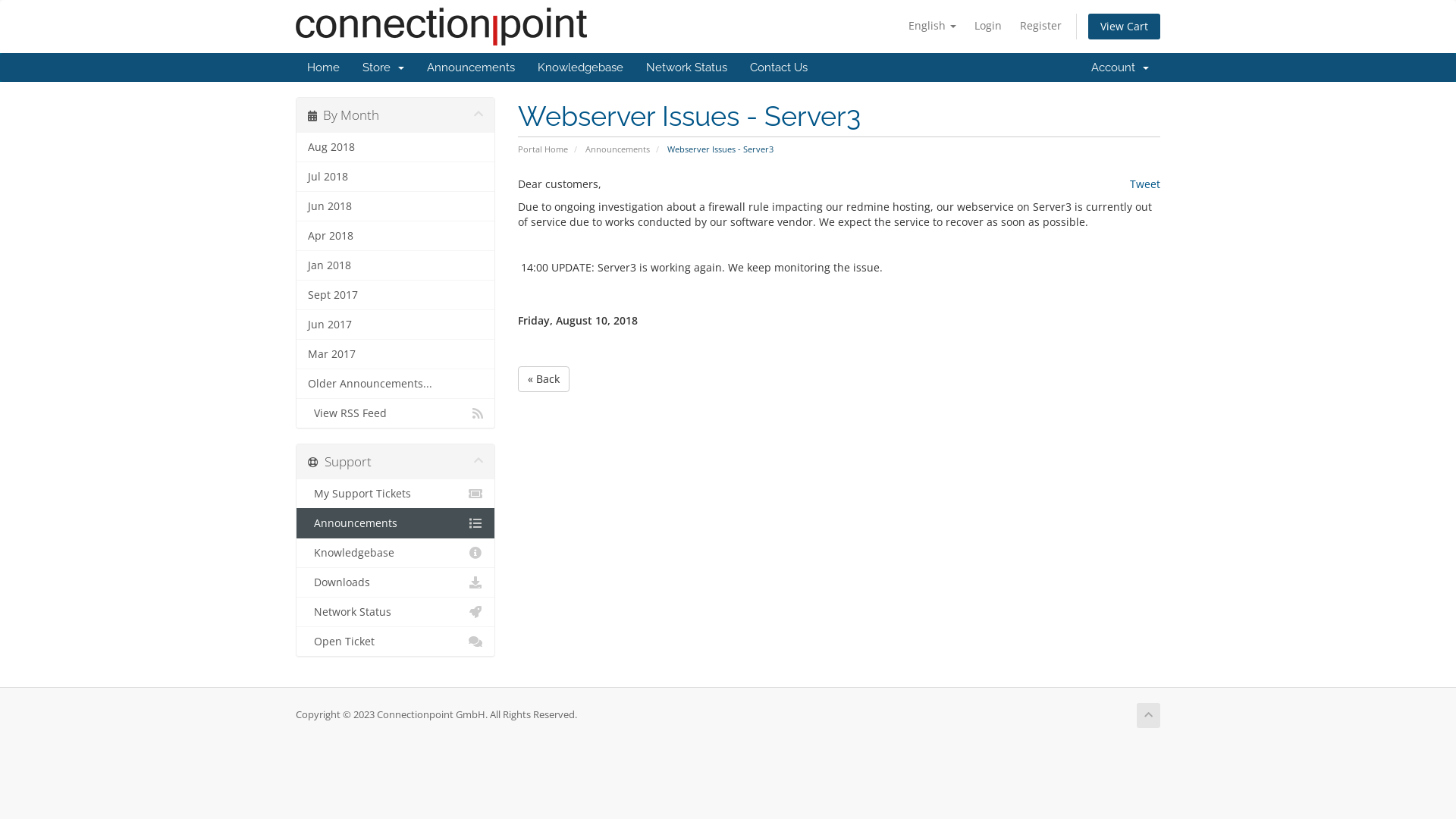  Describe the element at coordinates (395, 324) in the screenshot. I see `'Jun 2017'` at that location.